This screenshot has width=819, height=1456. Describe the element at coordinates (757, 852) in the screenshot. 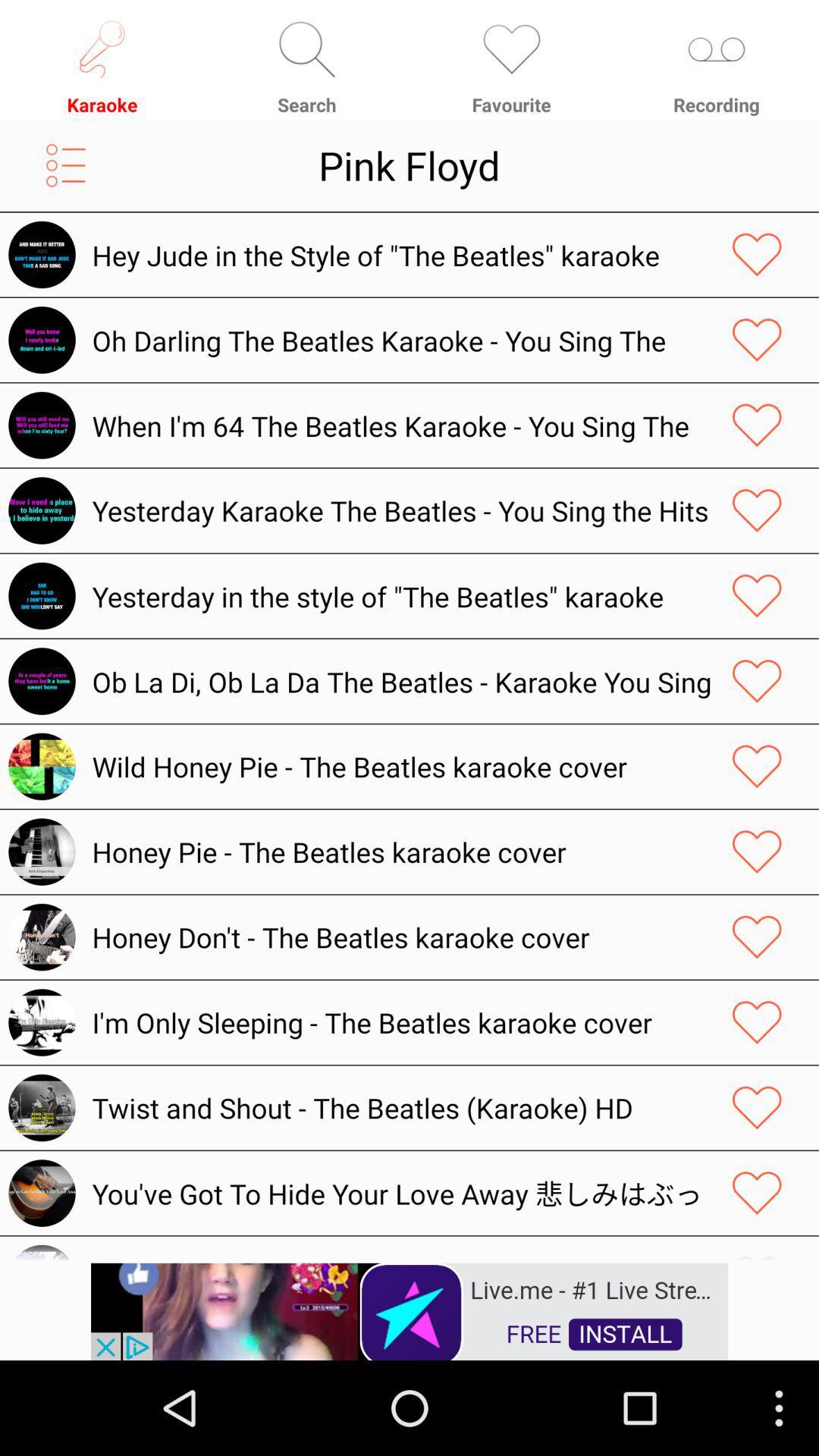

I see `mark as a favorite` at that location.